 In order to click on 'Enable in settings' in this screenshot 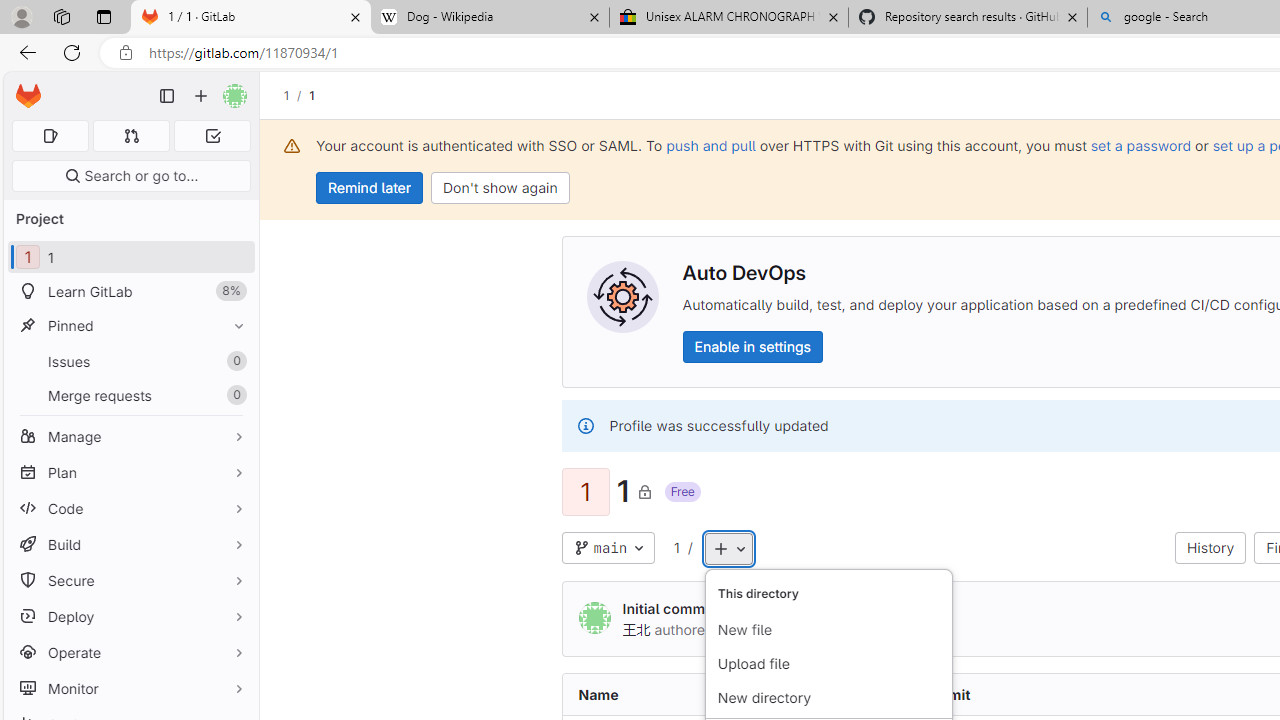, I will do `click(751, 346)`.